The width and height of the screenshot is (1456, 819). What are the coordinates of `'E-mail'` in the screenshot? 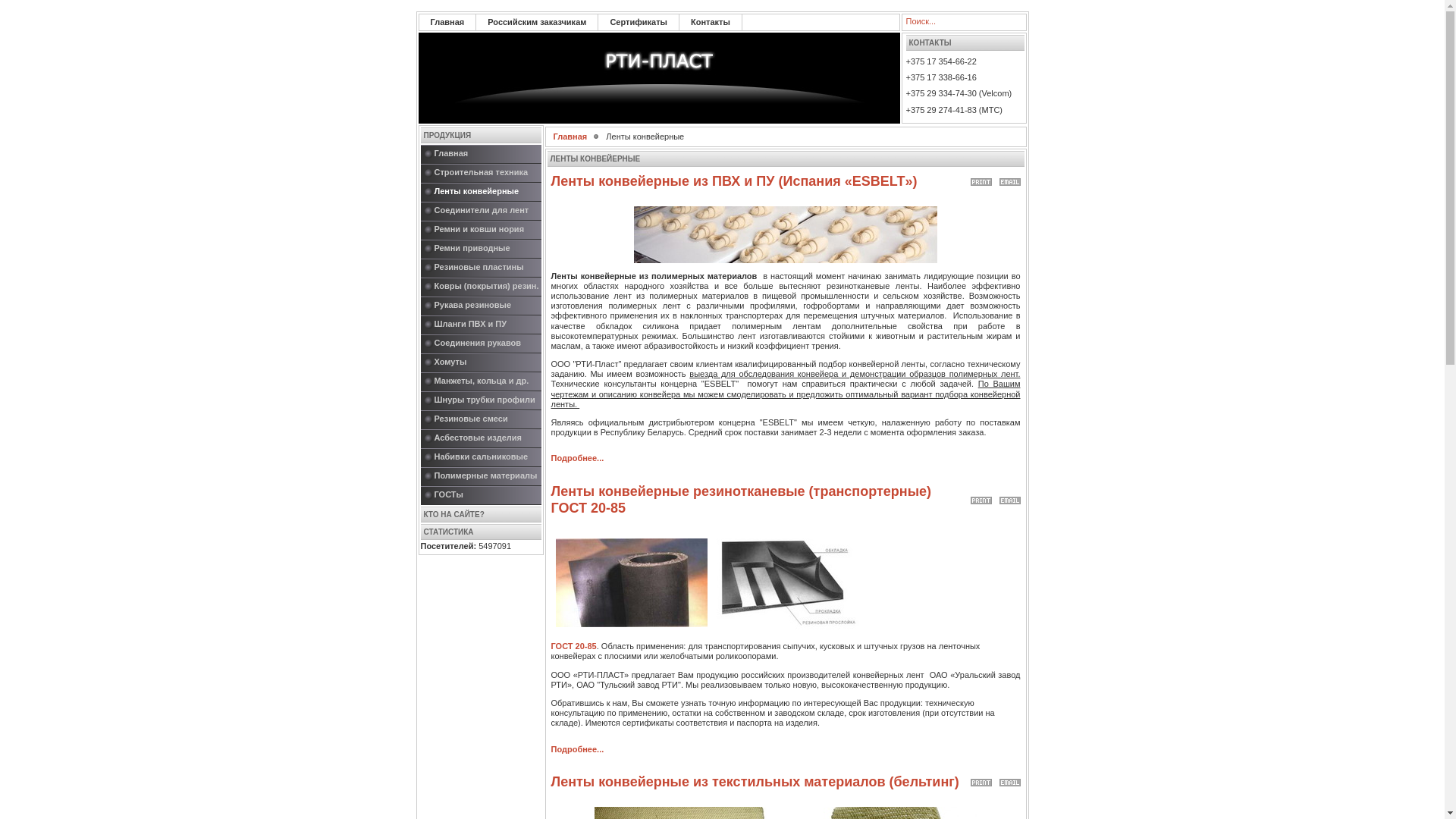 It's located at (1009, 780).